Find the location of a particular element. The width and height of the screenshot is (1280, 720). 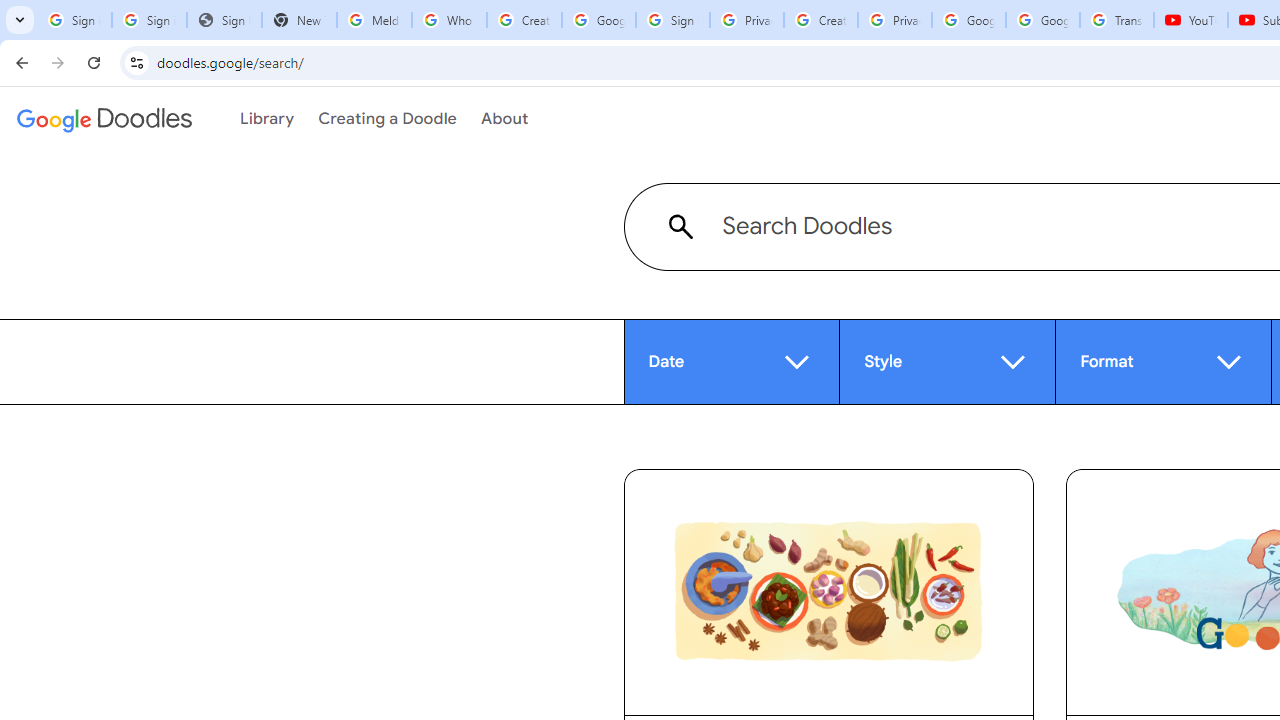

'Sign in - Google Accounts' is located at coordinates (673, 20).